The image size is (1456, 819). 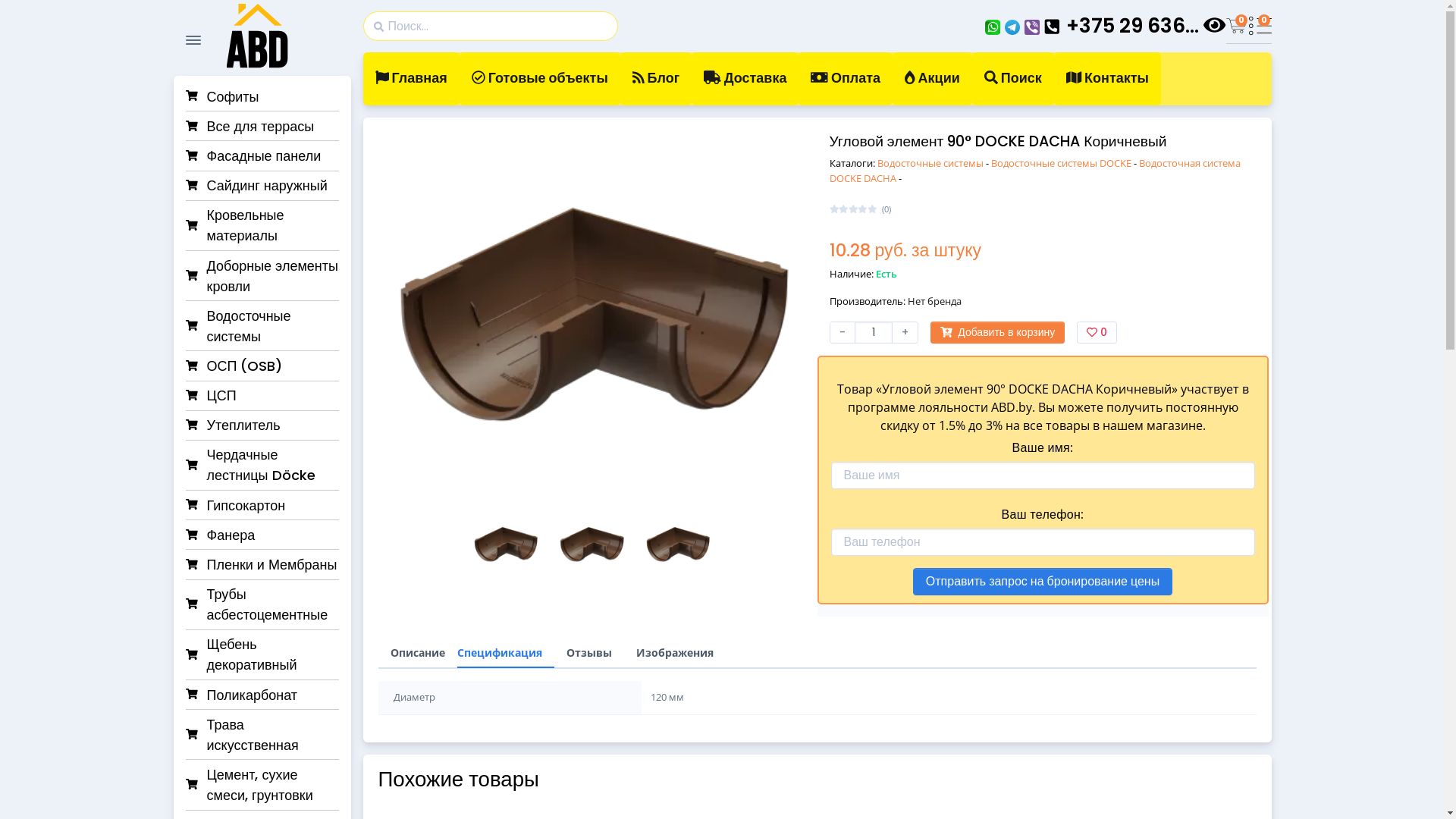 I want to click on '0', so click(x=1259, y=26).